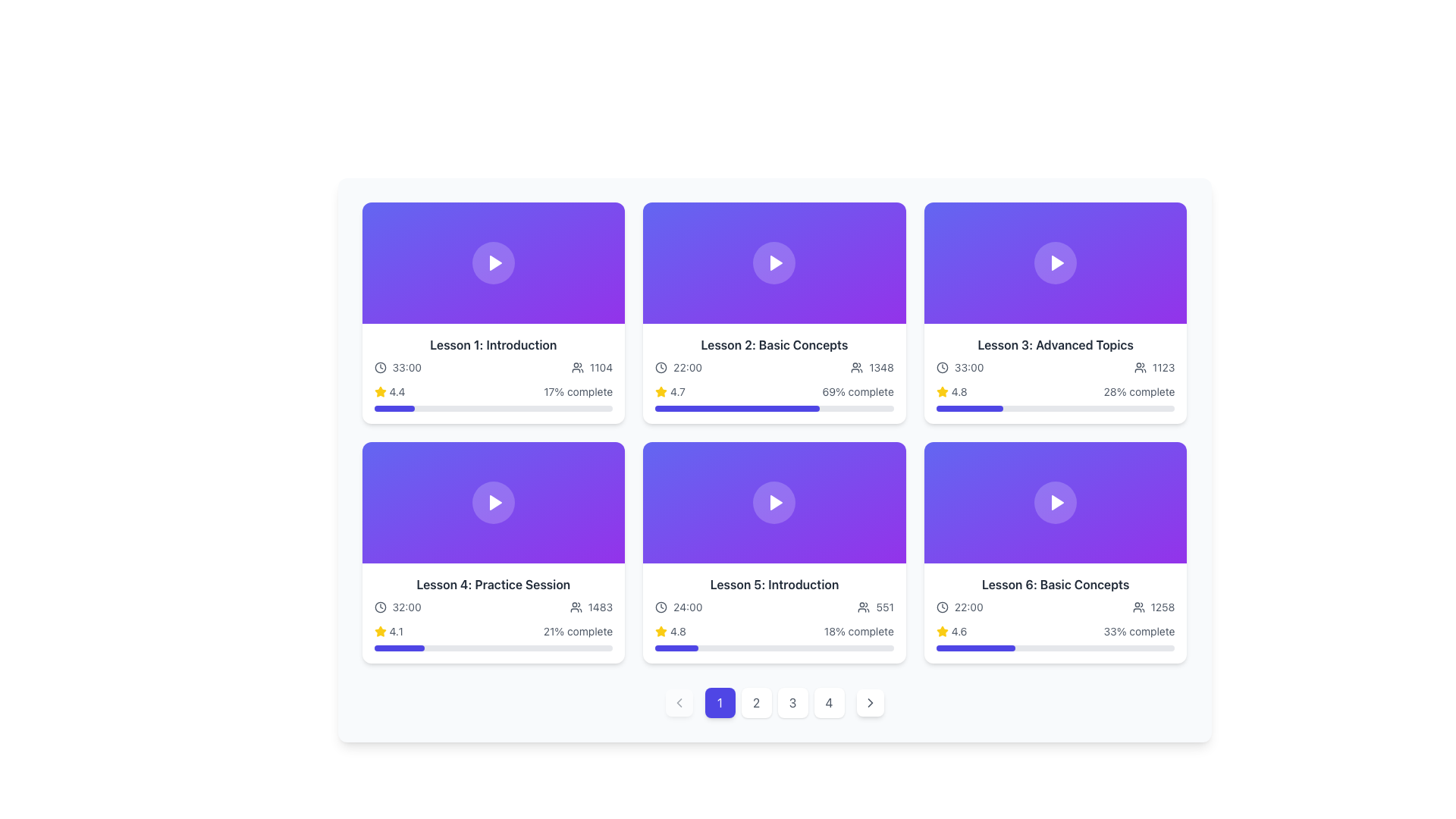 The image size is (1456, 819). Describe the element at coordinates (394, 408) in the screenshot. I see `the progress indicator for 'Lesson 1: Introduction', which is a small, horizontally-oriented progress bar located below the rating star and above the text '17% complete'` at that location.